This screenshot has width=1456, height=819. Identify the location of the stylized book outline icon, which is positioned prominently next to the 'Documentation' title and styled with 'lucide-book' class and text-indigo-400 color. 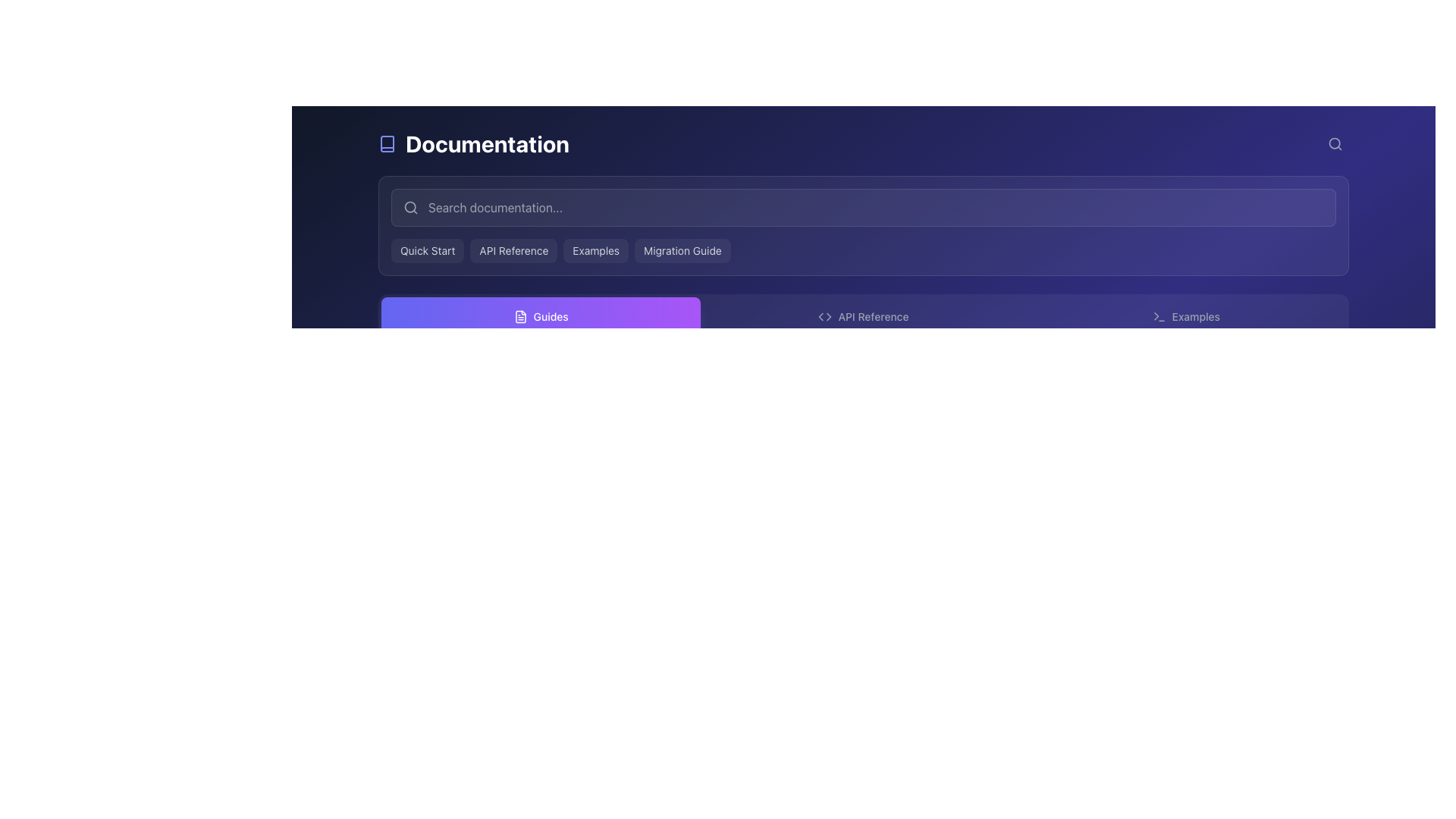
(387, 143).